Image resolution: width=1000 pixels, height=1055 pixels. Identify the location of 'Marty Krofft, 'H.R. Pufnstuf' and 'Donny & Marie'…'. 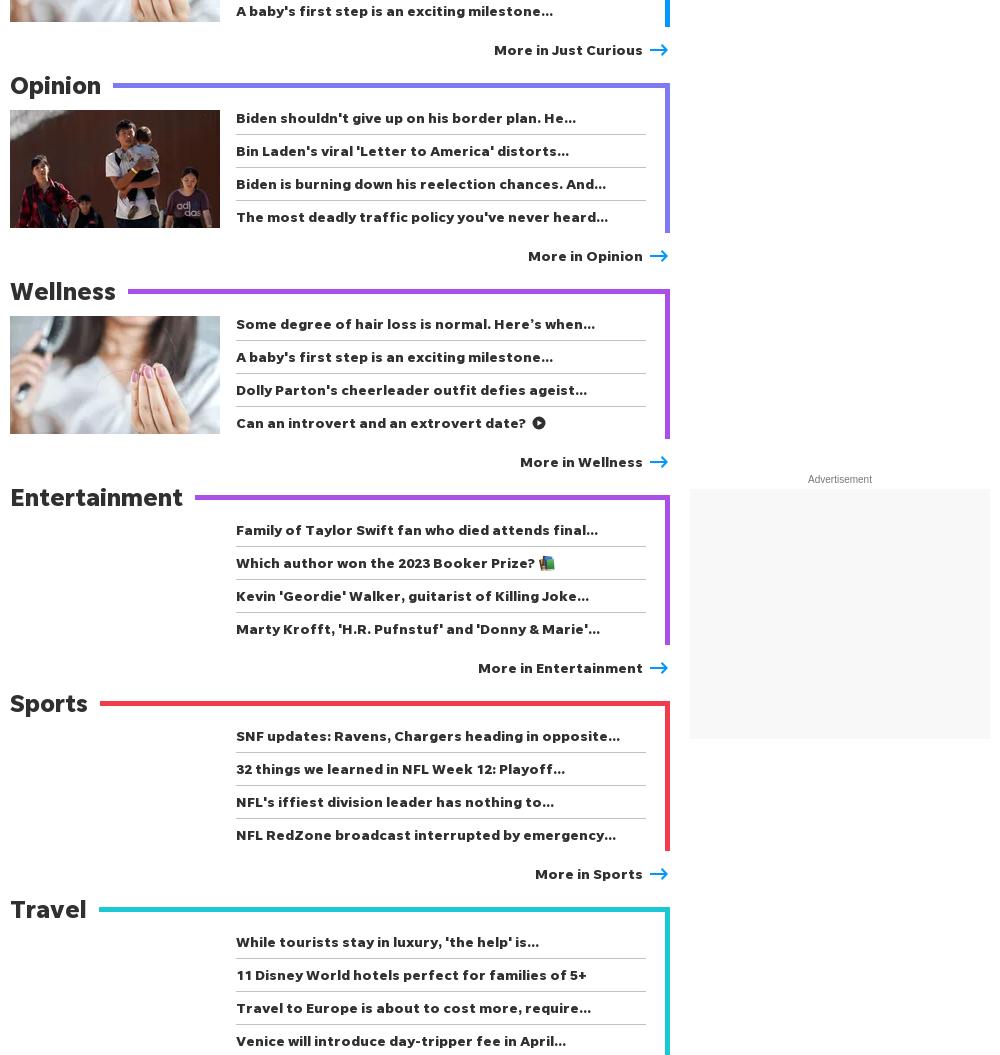
(418, 628).